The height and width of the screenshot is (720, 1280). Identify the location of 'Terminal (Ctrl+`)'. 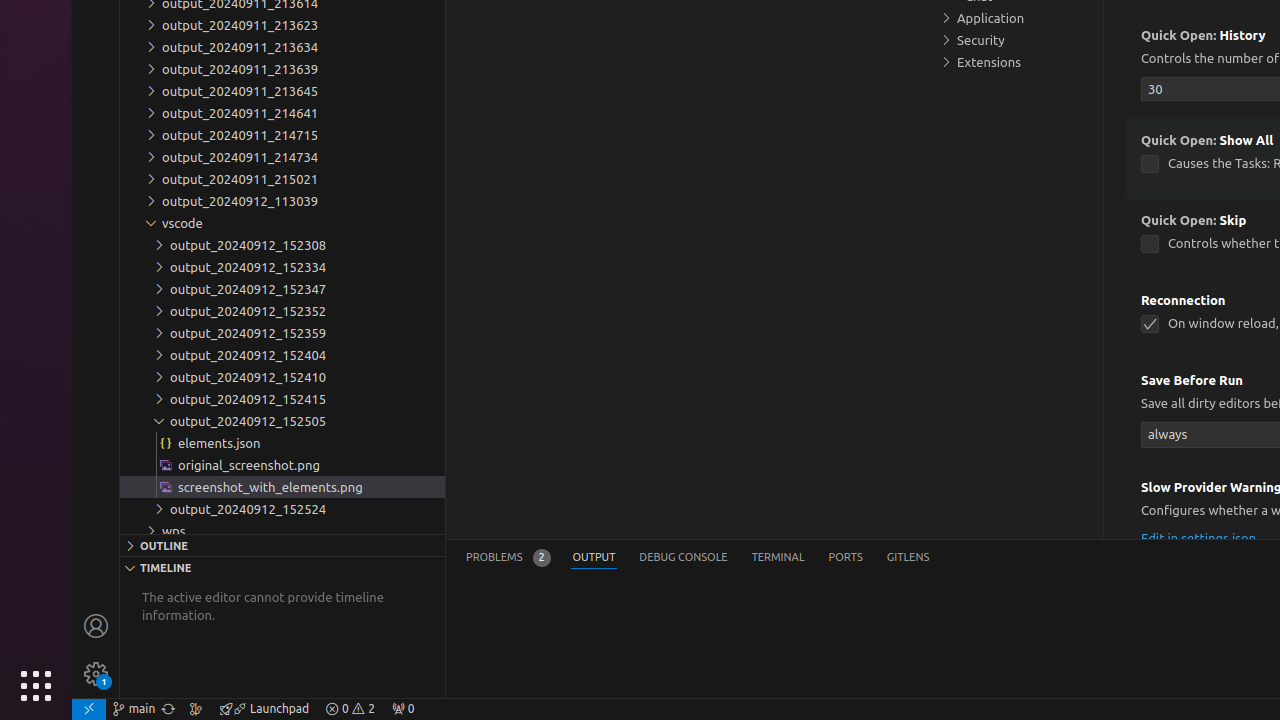
(776, 557).